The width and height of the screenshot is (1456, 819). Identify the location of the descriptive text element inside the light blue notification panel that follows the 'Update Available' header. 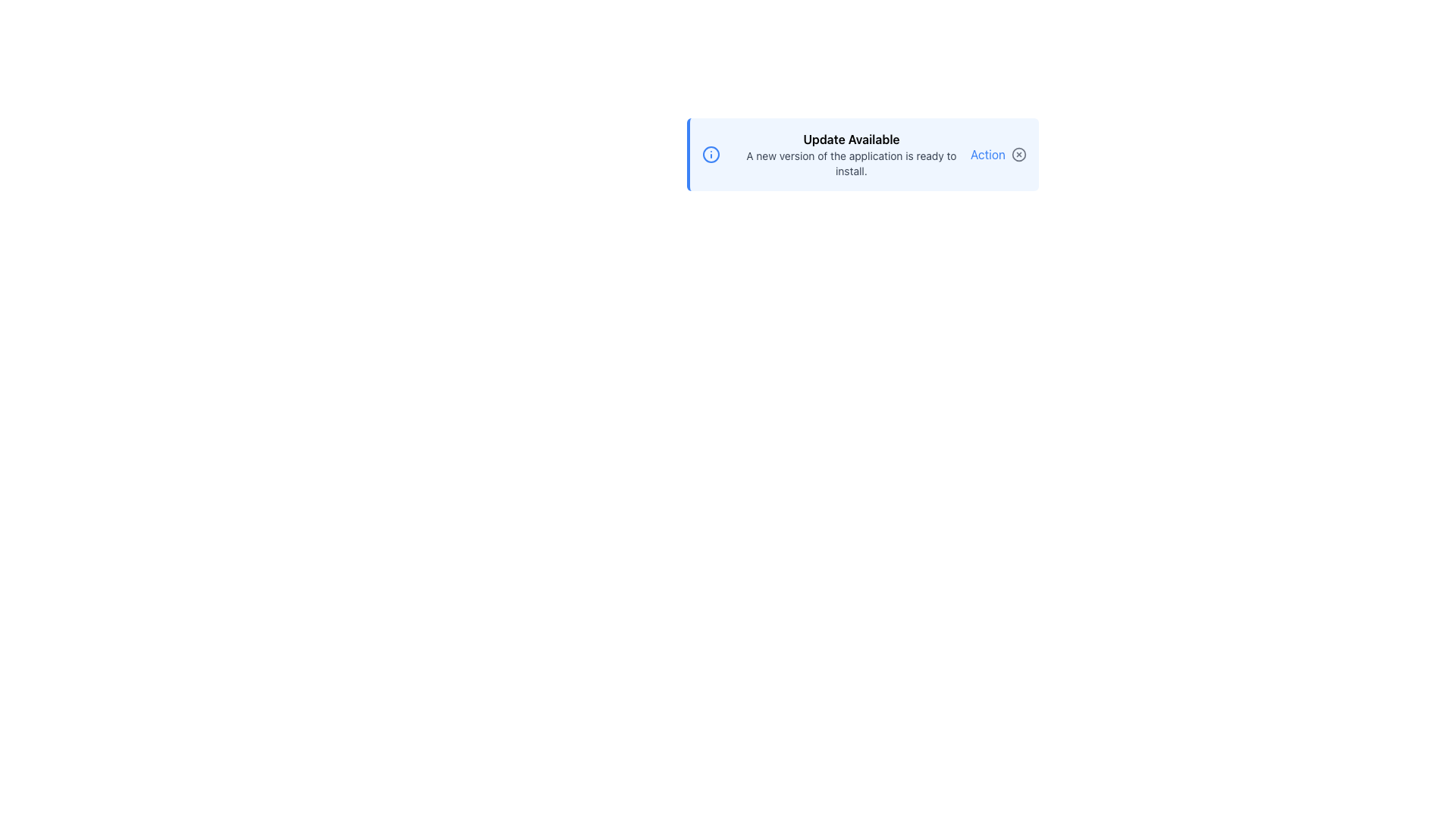
(852, 164).